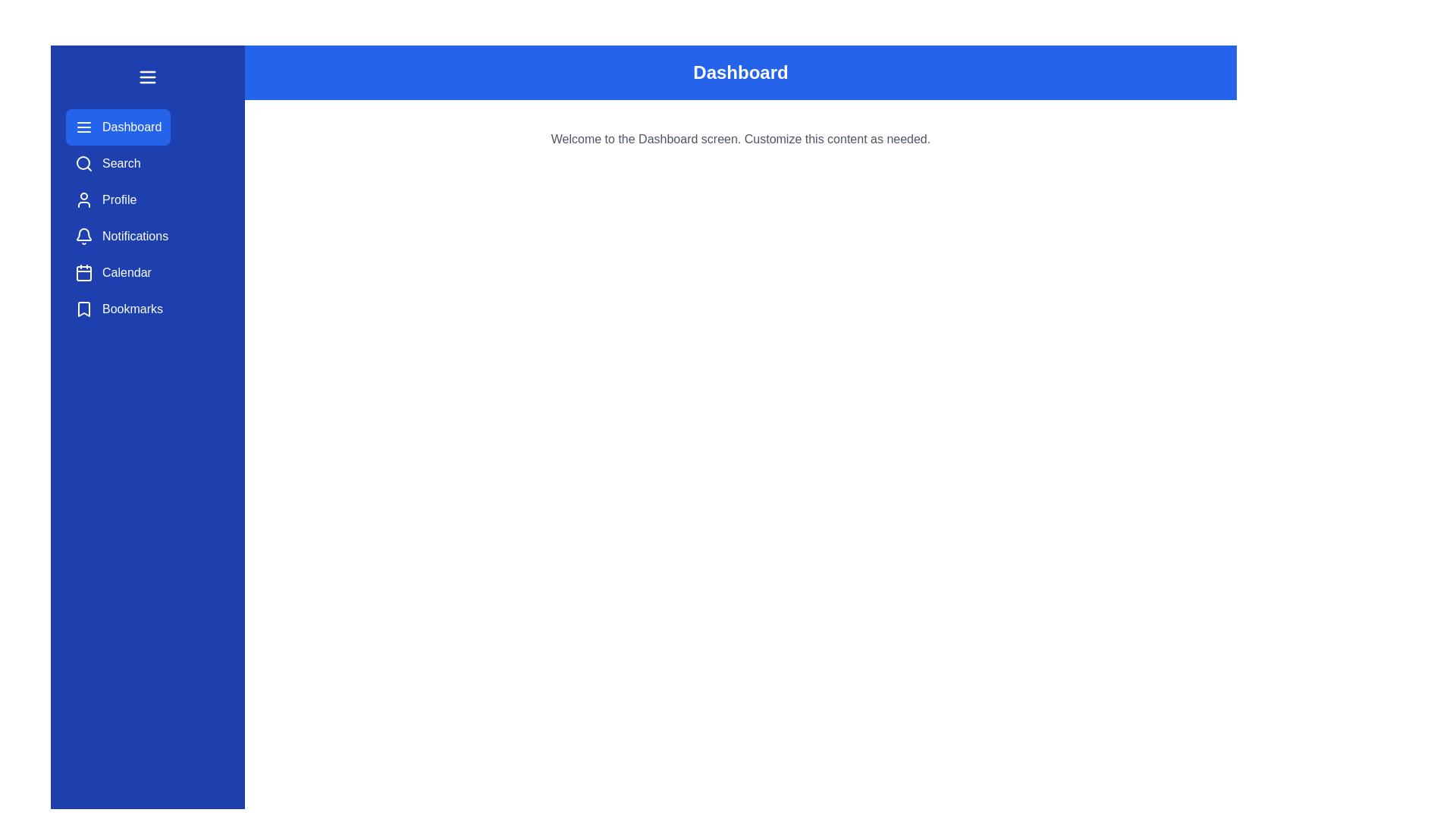 The image size is (1456, 819). I want to click on the minimalist calendar icon located in the left sidebar menu, so click(83, 271).